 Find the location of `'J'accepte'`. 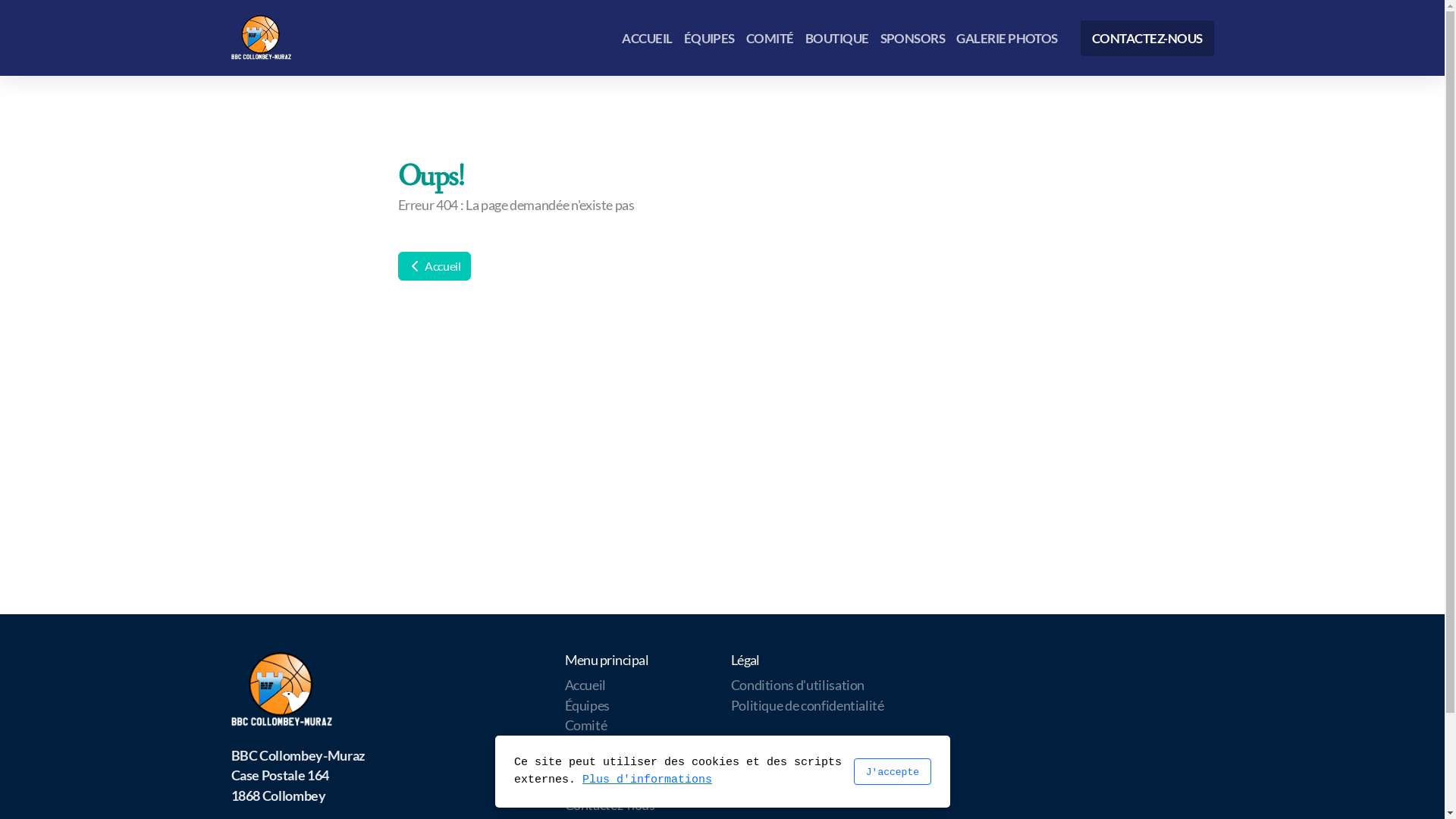

'J'accepte' is located at coordinates (852, 771).